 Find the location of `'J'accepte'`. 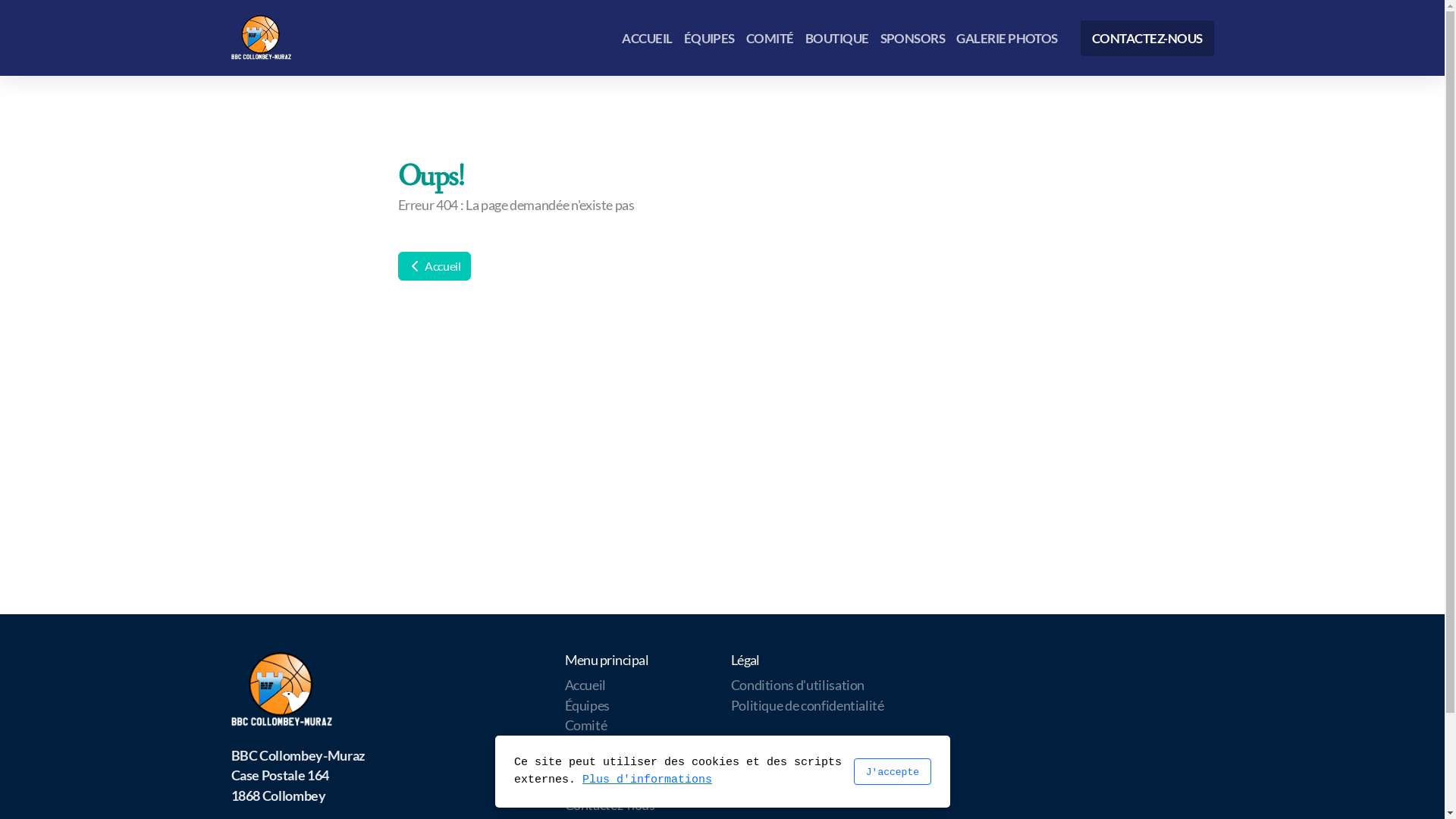

'J'accepte' is located at coordinates (852, 771).